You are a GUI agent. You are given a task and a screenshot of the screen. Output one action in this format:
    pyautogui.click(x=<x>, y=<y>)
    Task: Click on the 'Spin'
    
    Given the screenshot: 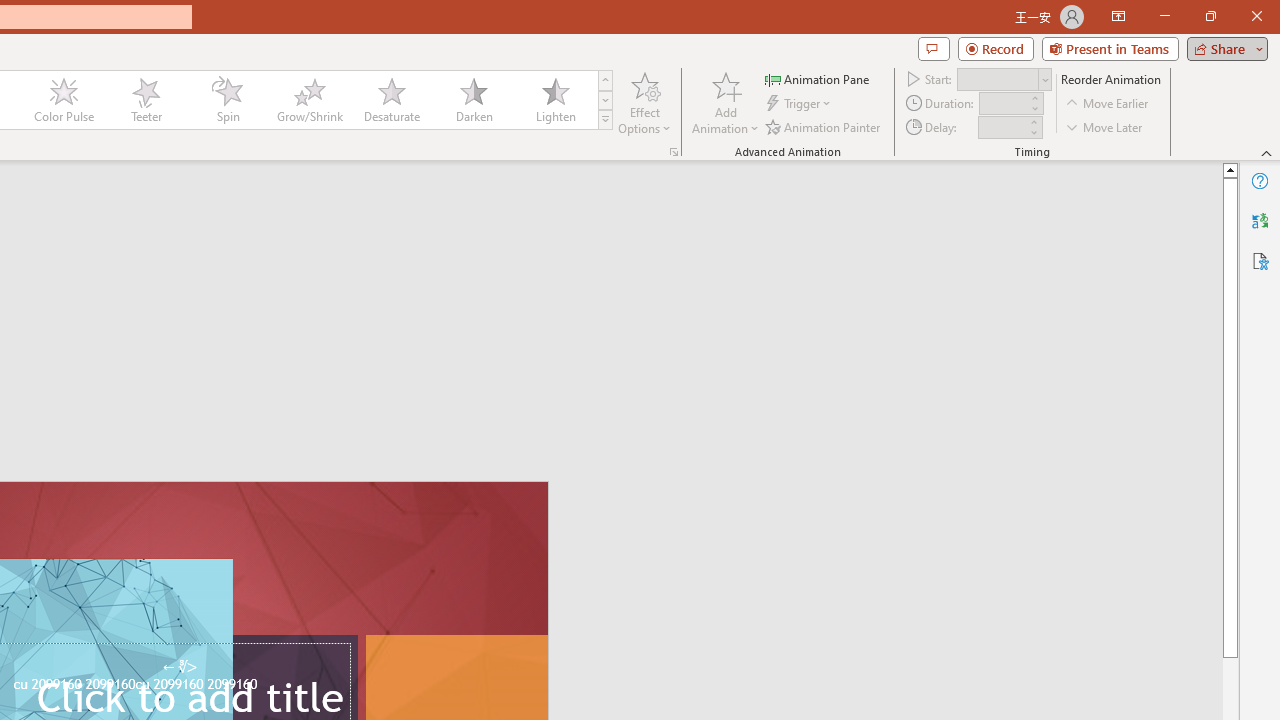 What is the action you would take?
    pyautogui.click(x=227, y=100)
    